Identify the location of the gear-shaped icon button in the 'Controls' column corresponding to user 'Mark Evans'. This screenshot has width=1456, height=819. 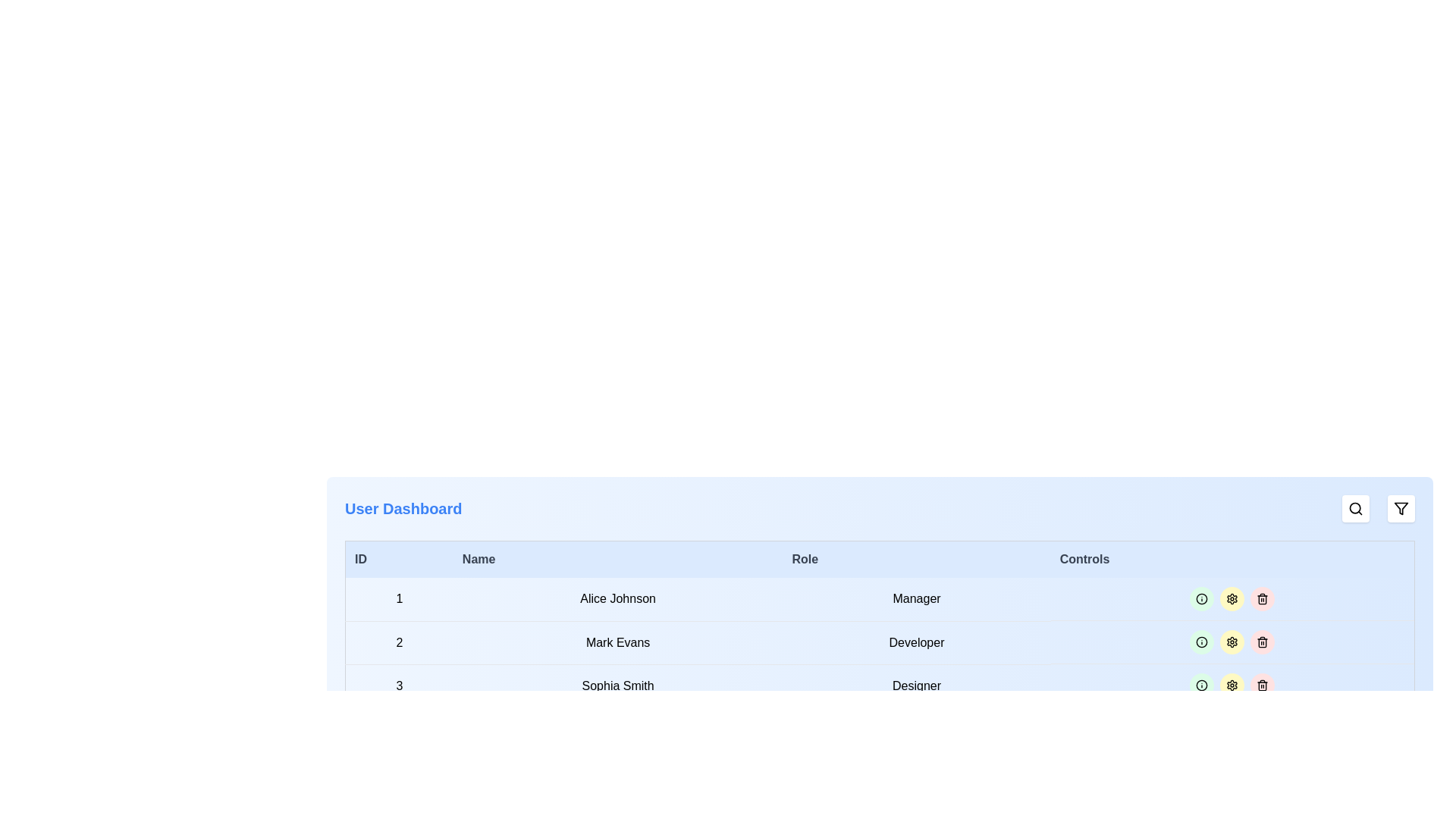
(1232, 685).